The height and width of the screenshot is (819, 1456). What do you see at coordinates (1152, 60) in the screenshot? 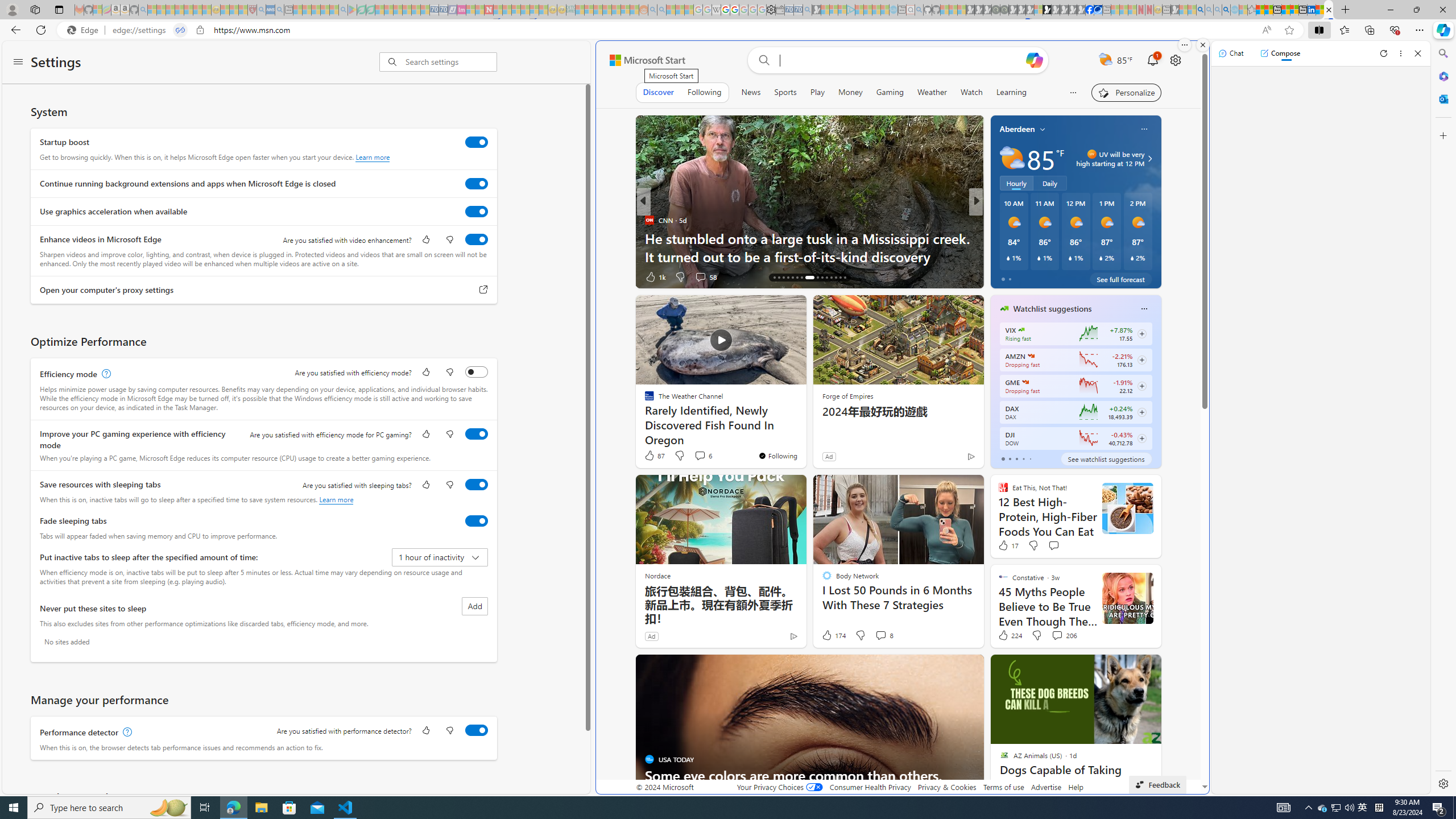
I see `'Notifications'` at bounding box center [1152, 60].